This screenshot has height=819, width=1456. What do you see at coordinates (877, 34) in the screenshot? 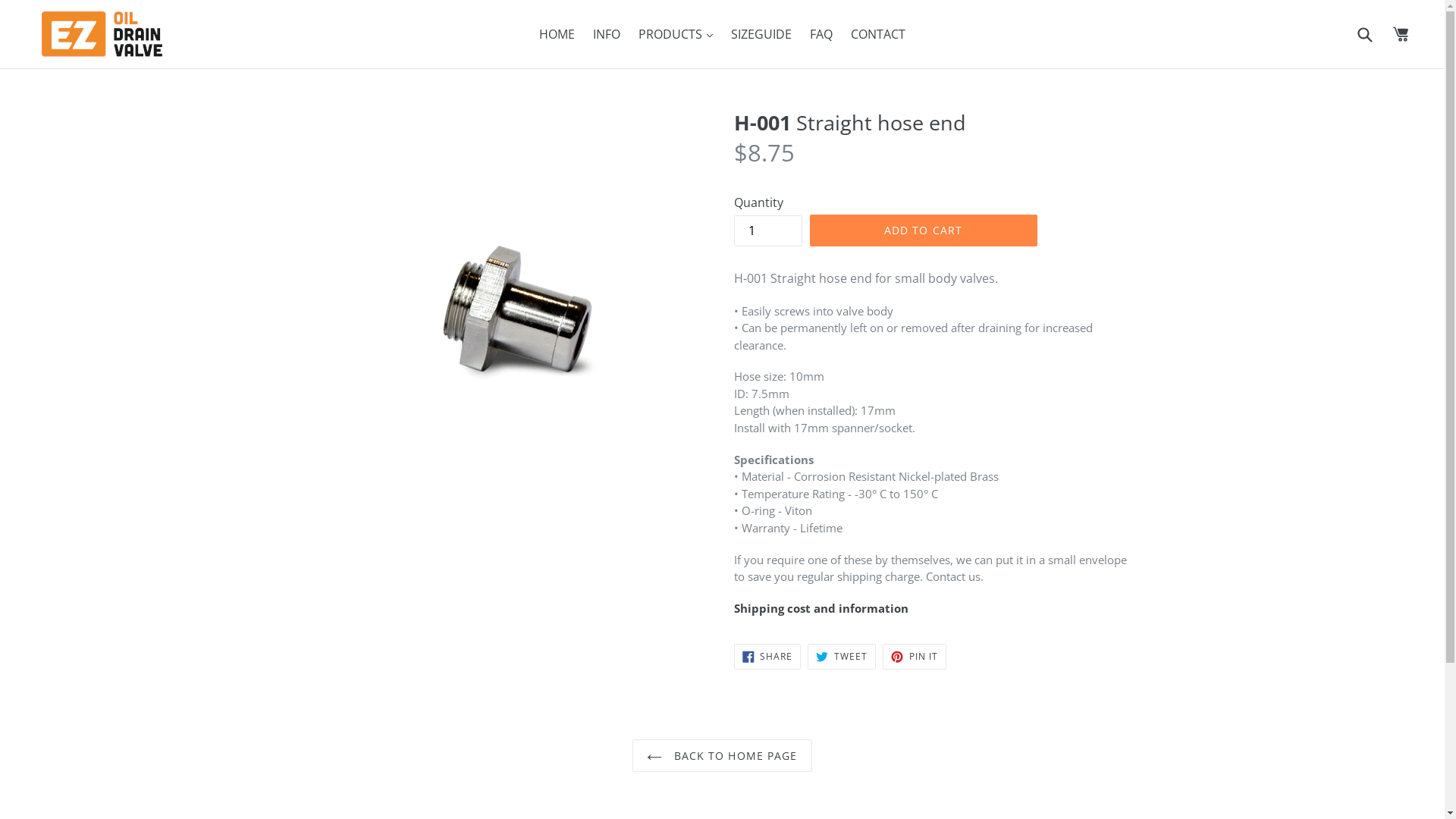
I see `'CONTACT'` at bounding box center [877, 34].